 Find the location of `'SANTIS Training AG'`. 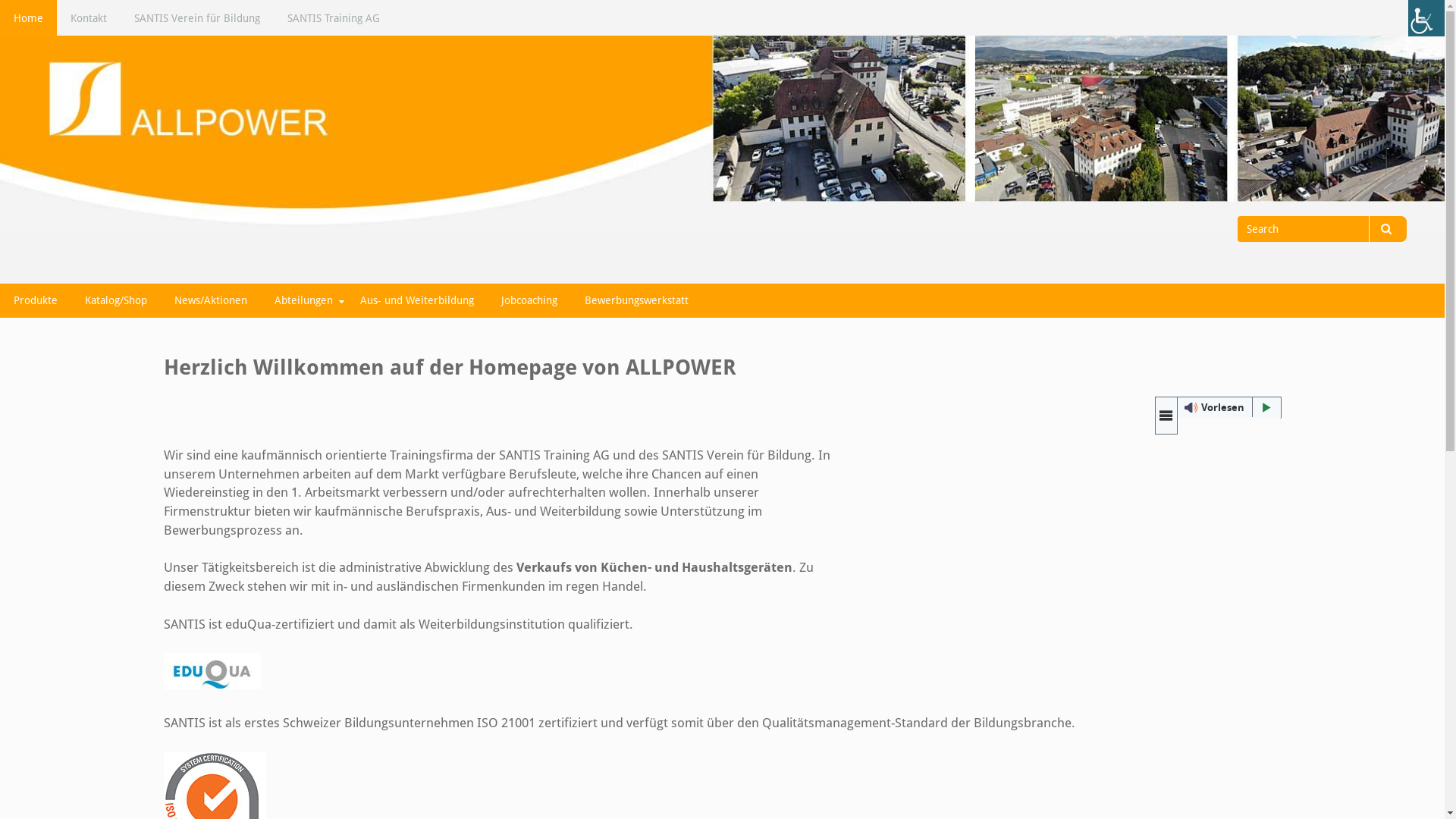

'SANTIS Training AG' is located at coordinates (333, 17).